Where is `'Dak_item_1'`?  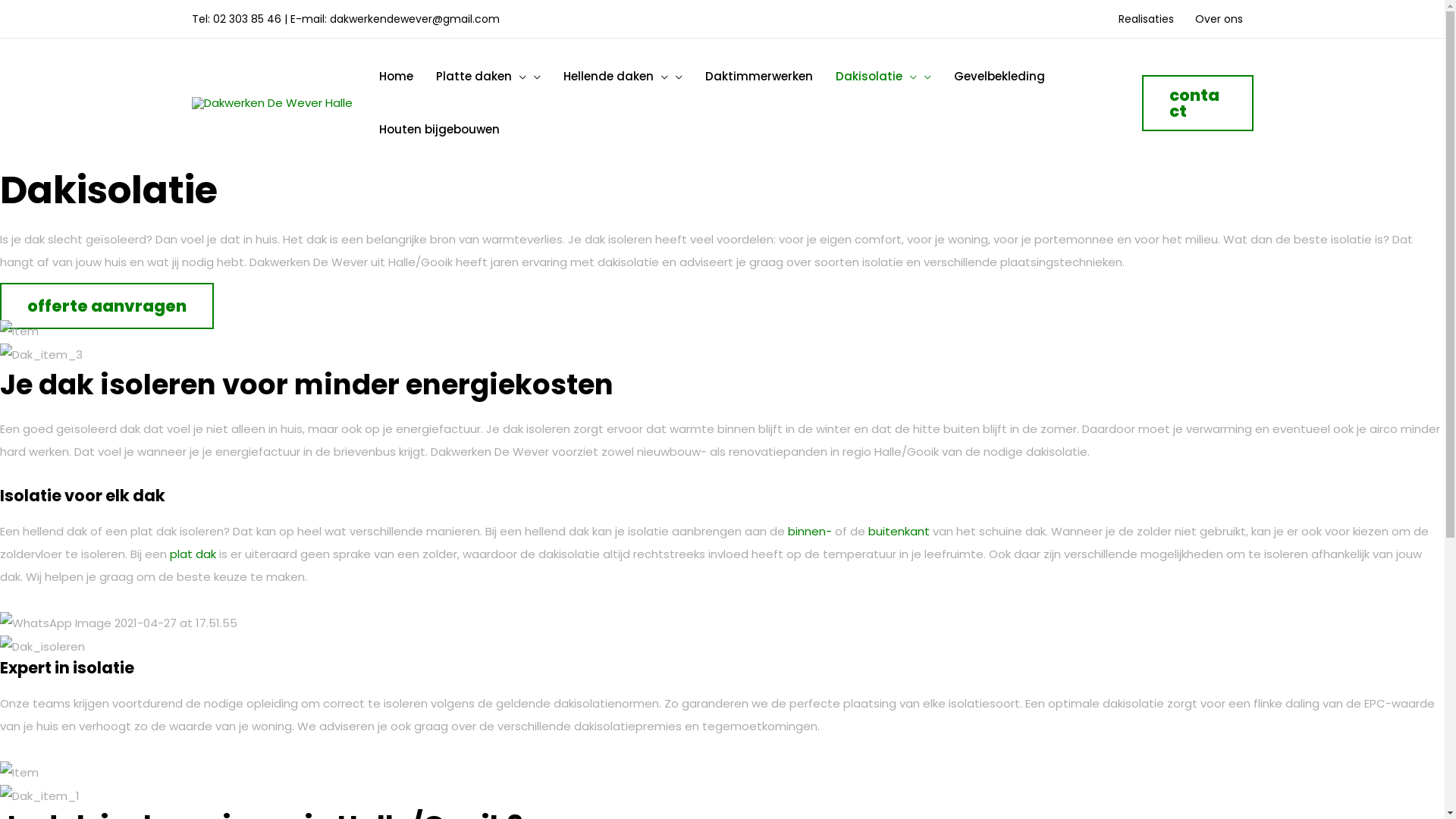 'Dak_item_1' is located at coordinates (0, 795).